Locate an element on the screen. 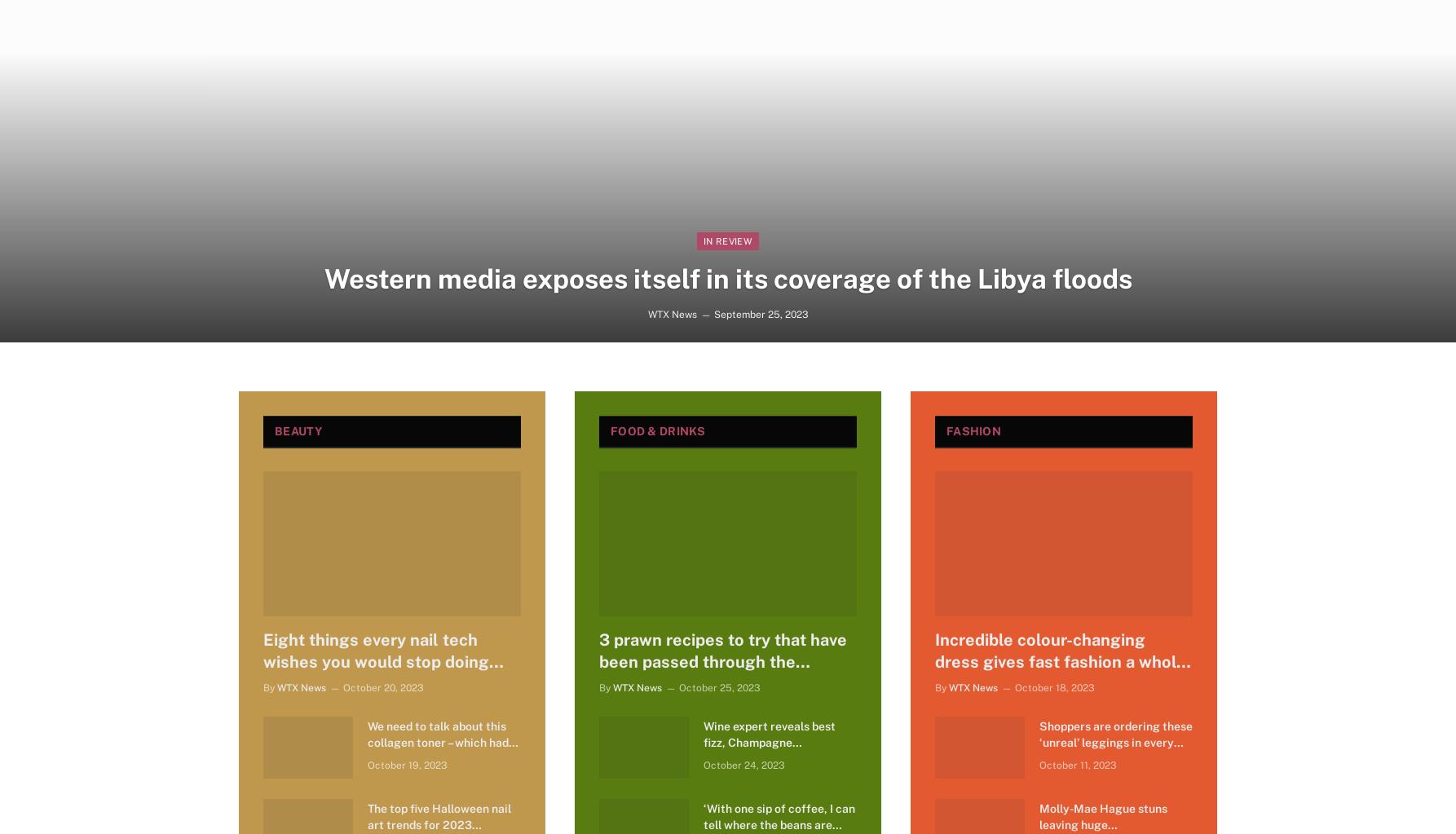  'Beauty' is located at coordinates (298, 430).